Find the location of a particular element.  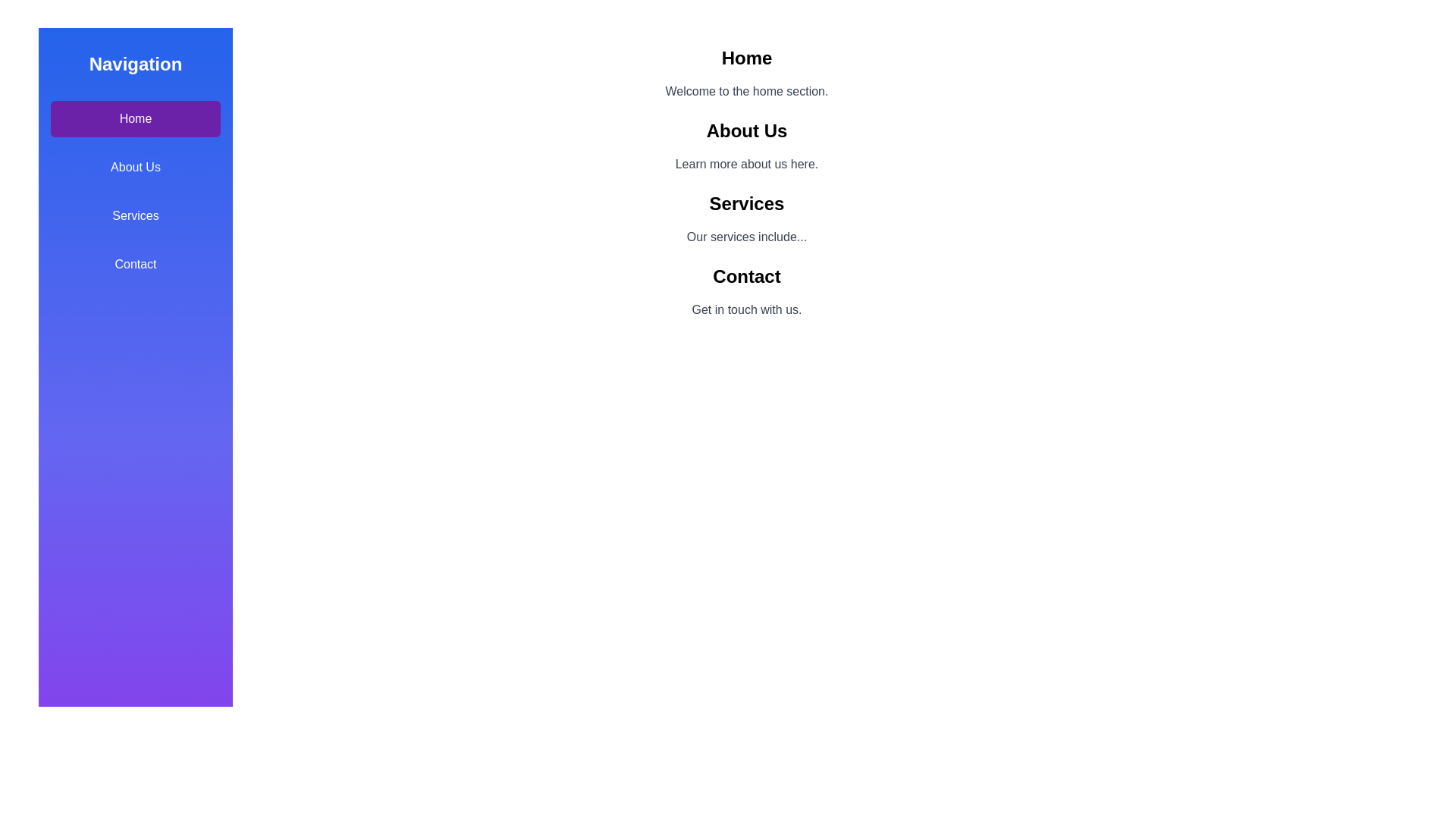

the 'About Us' button, which is a rounded clickable element with purple background, located in the vertical navigation menu is located at coordinates (135, 167).